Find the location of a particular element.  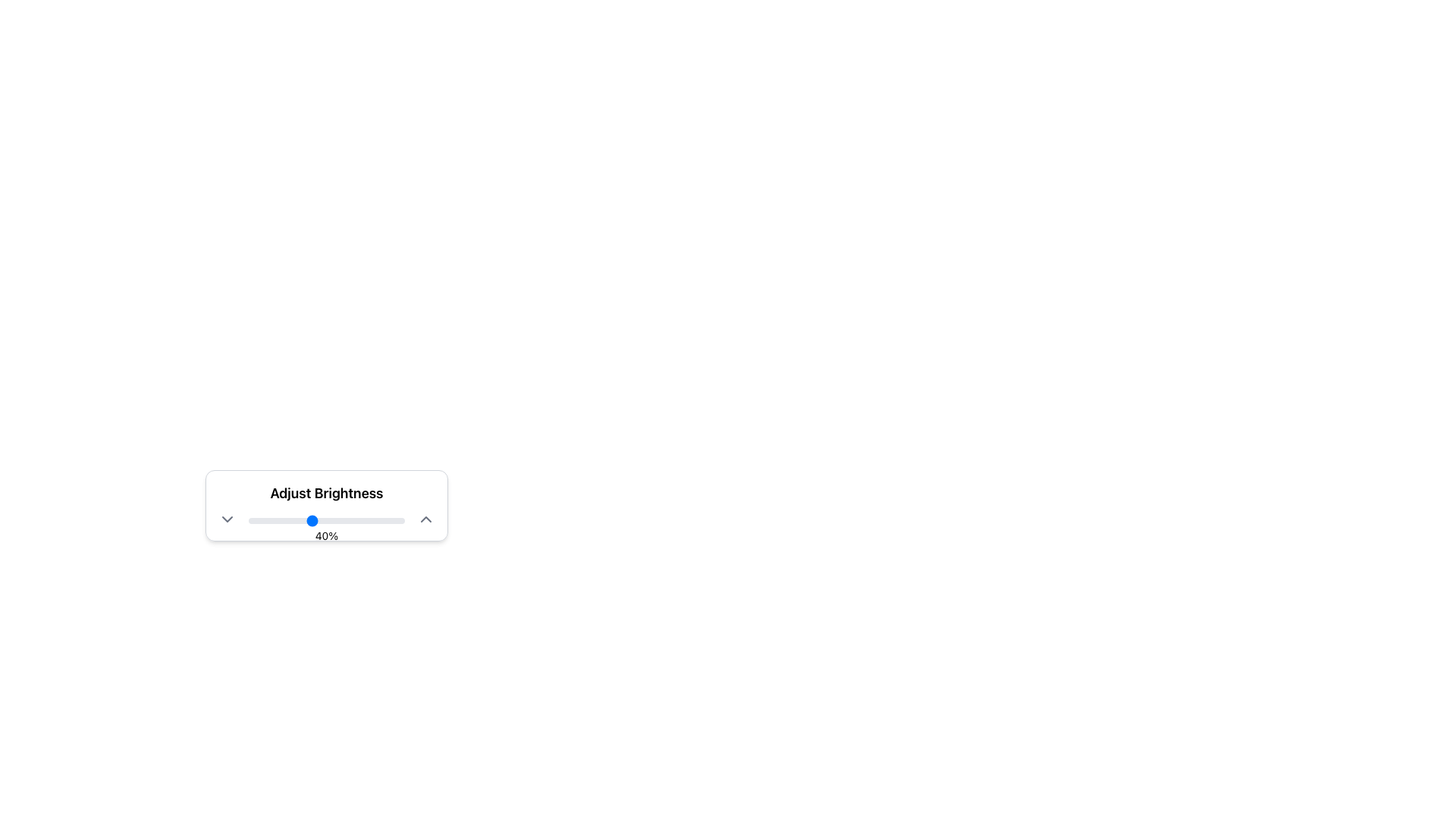

the brightness is located at coordinates (380, 519).